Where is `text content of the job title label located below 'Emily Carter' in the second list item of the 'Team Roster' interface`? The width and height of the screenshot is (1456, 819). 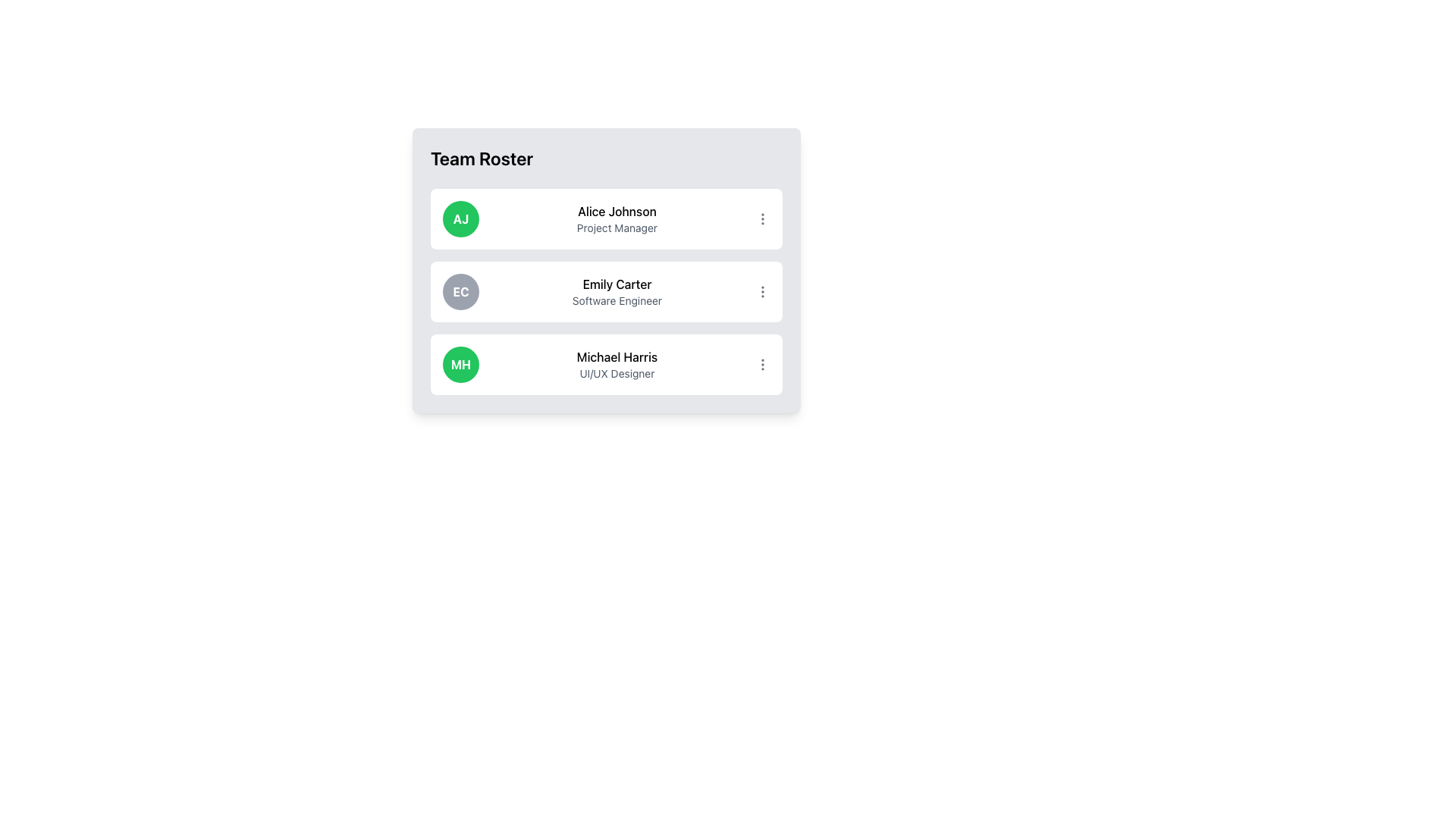 text content of the job title label located below 'Emily Carter' in the second list item of the 'Team Roster' interface is located at coordinates (617, 301).